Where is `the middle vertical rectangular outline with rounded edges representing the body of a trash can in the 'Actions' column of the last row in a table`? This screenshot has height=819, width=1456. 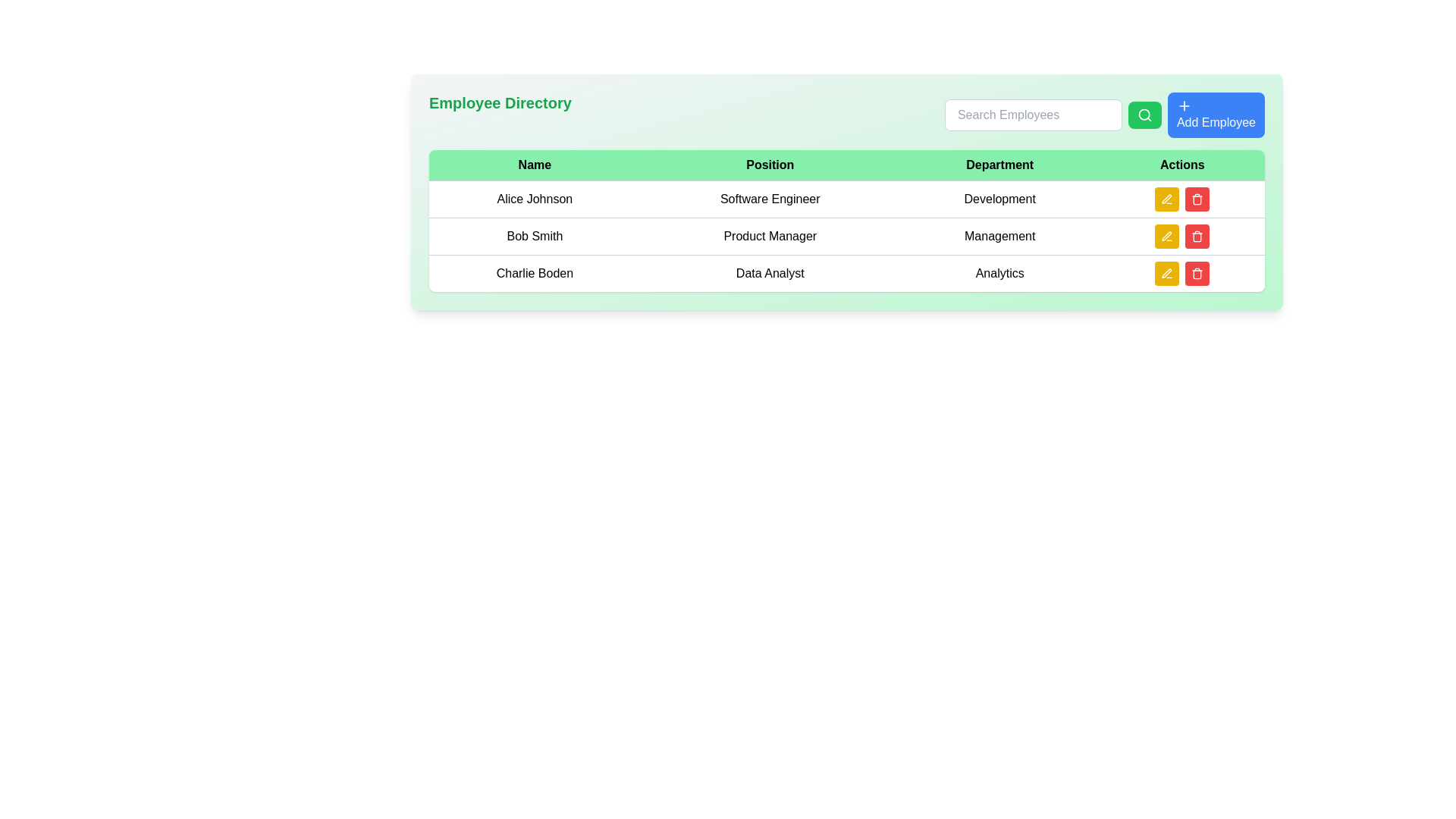
the middle vertical rectangular outline with rounded edges representing the body of a trash can in the 'Actions' column of the last row in a table is located at coordinates (1197, 275).